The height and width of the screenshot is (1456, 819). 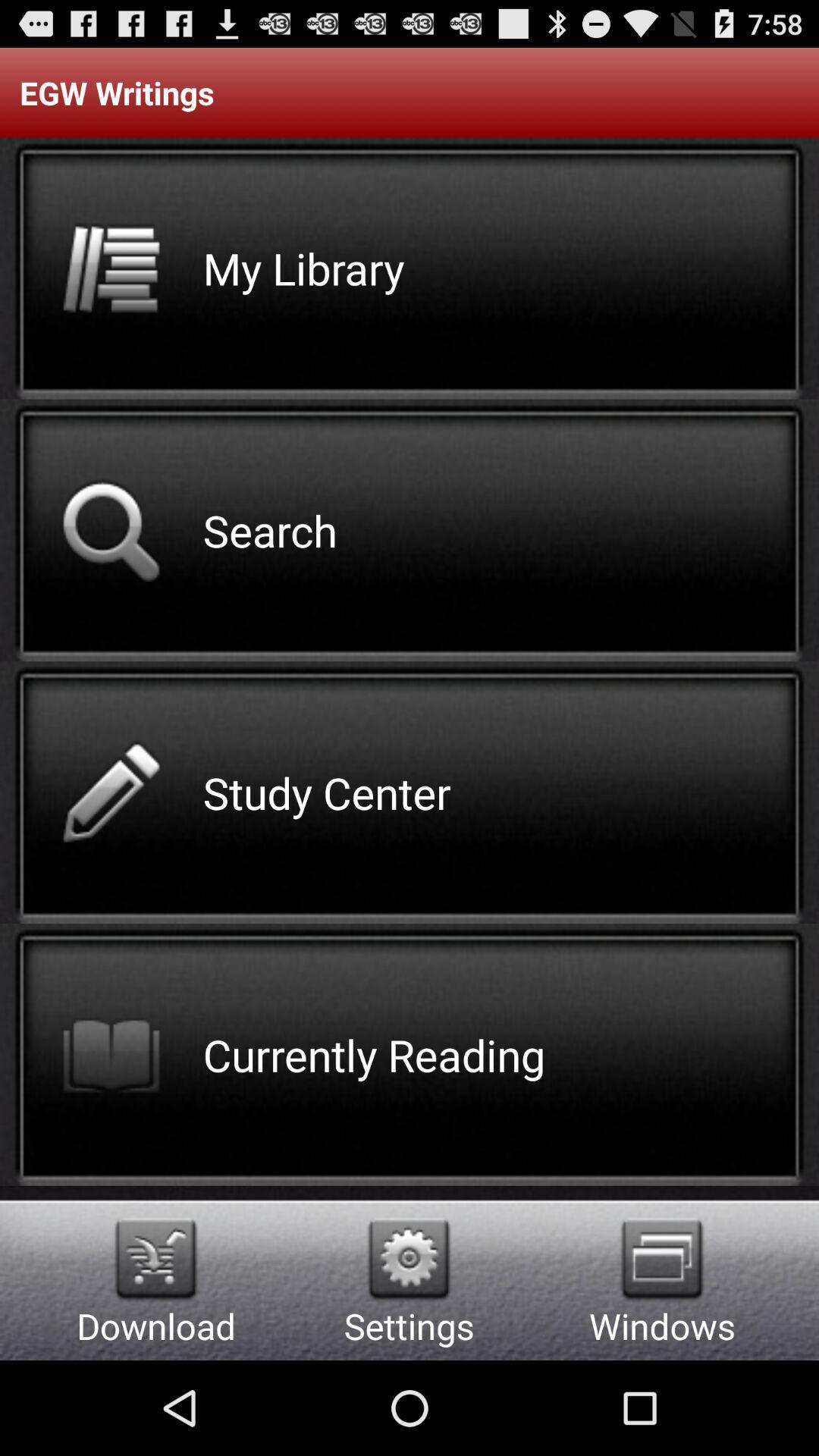 What do you see at coordinates (408, 1259) in the screenshot?
I see `settings menu` at bounding box center [408, 1259].